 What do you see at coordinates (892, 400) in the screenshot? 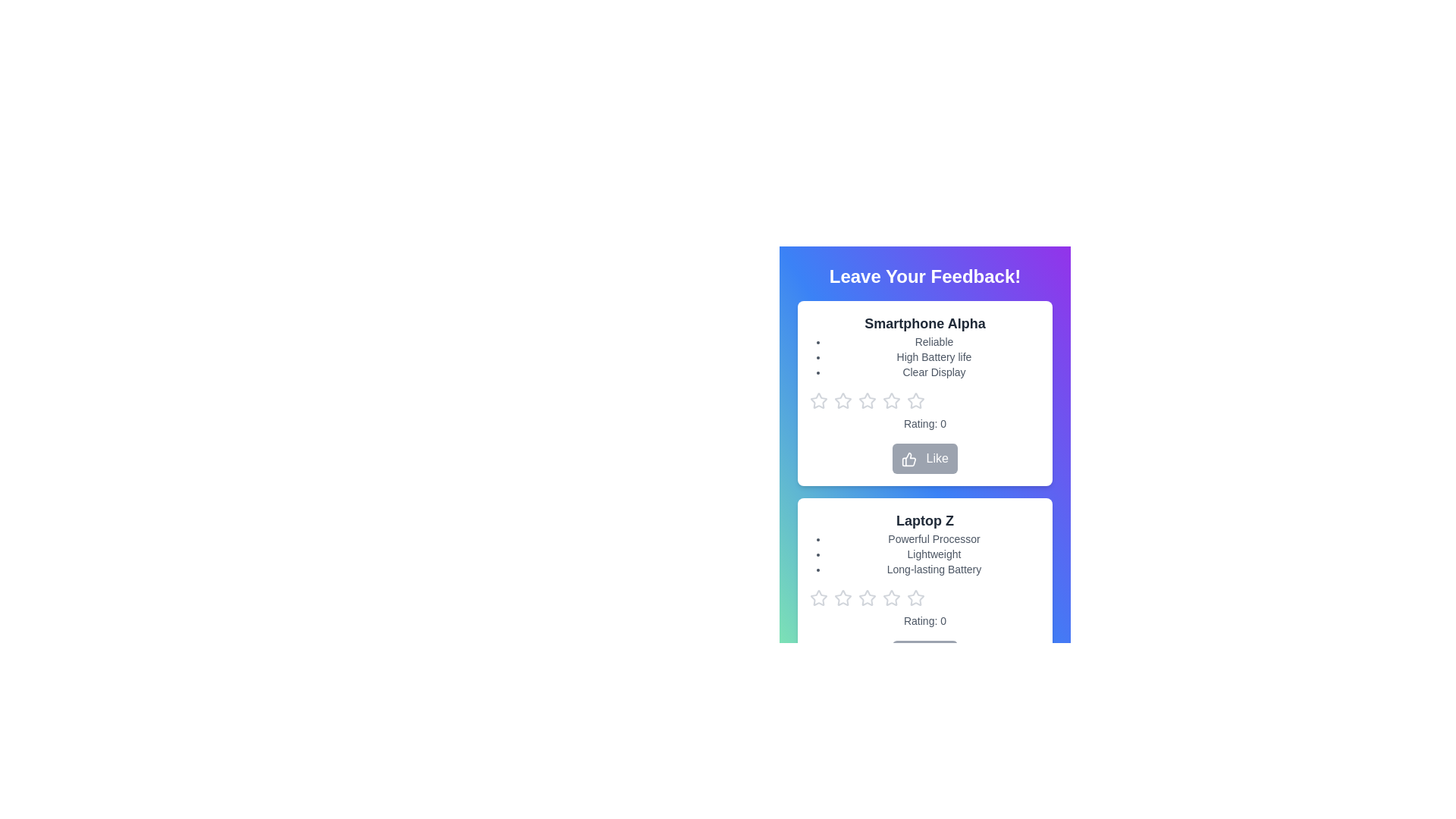
I see `the second star icon in the ratings interface below 'Smartphone Alpha' to set a rating of 2` at bounding box center [892, 400].